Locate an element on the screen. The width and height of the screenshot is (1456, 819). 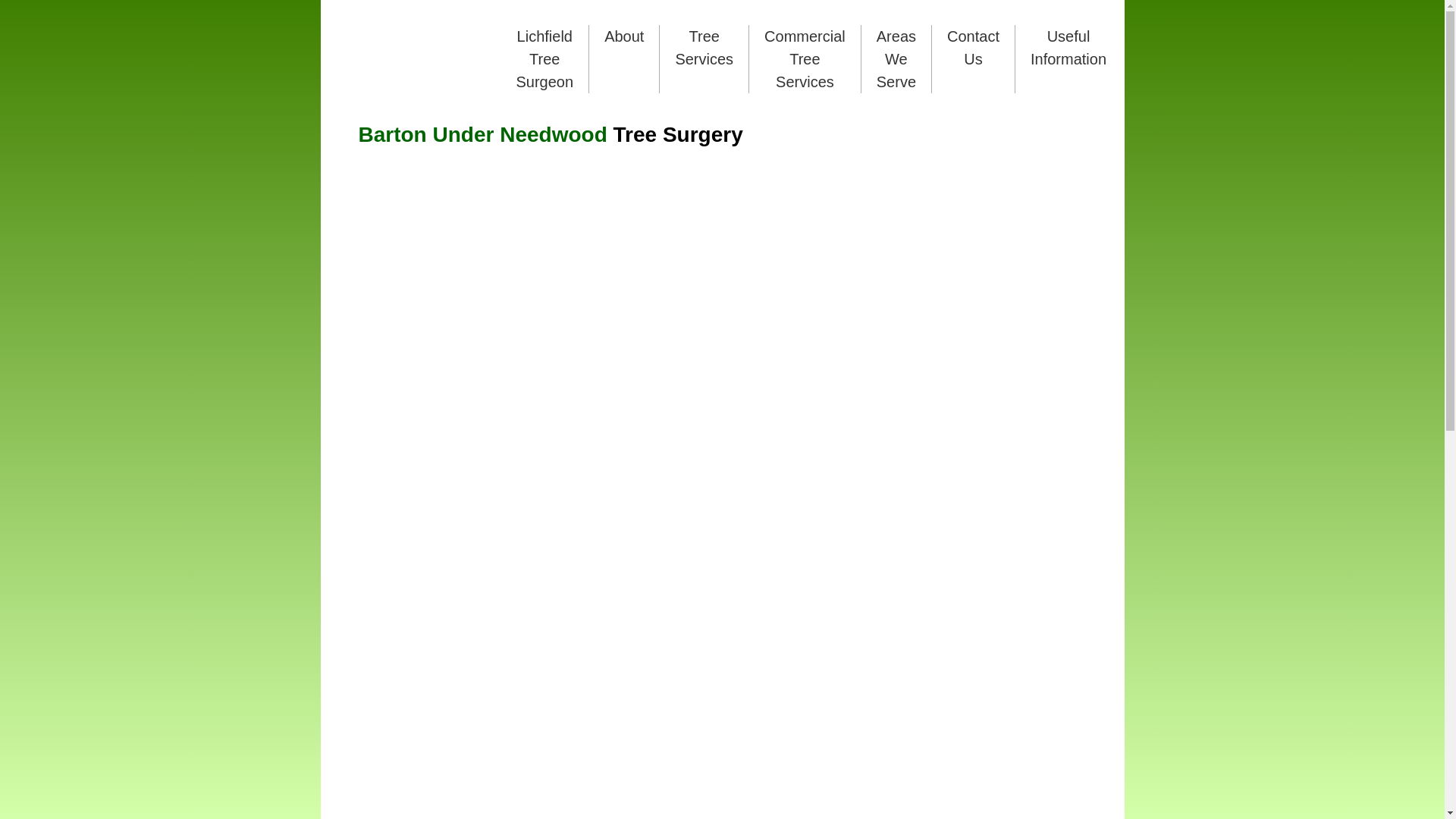
'Commercial Tree Services' is located at coordinates (764, 58).